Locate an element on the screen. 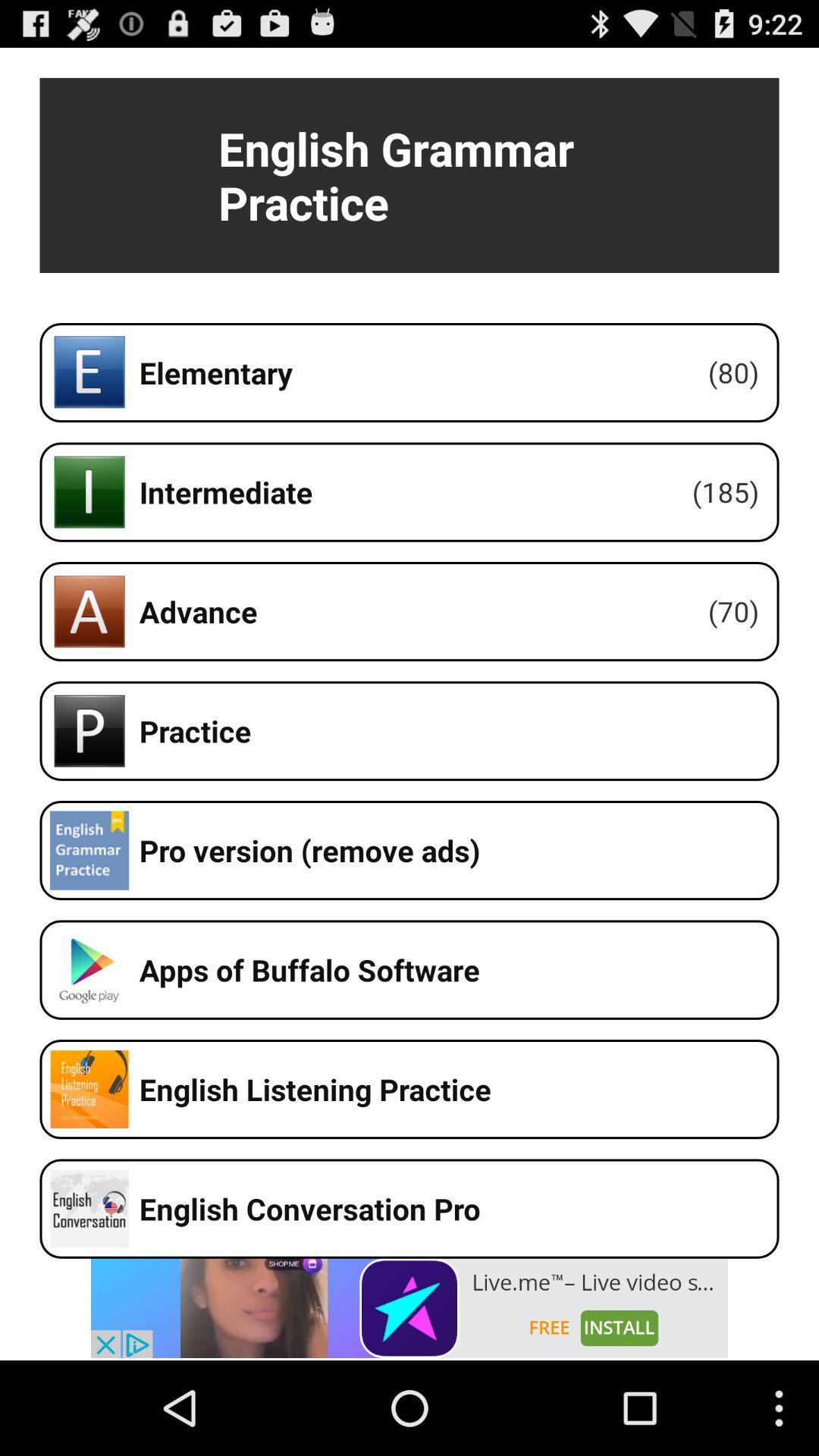 This screenshot has width=819, height=1456. the icon which is left side of the english listening practice is located at coordinates (89, 1088).